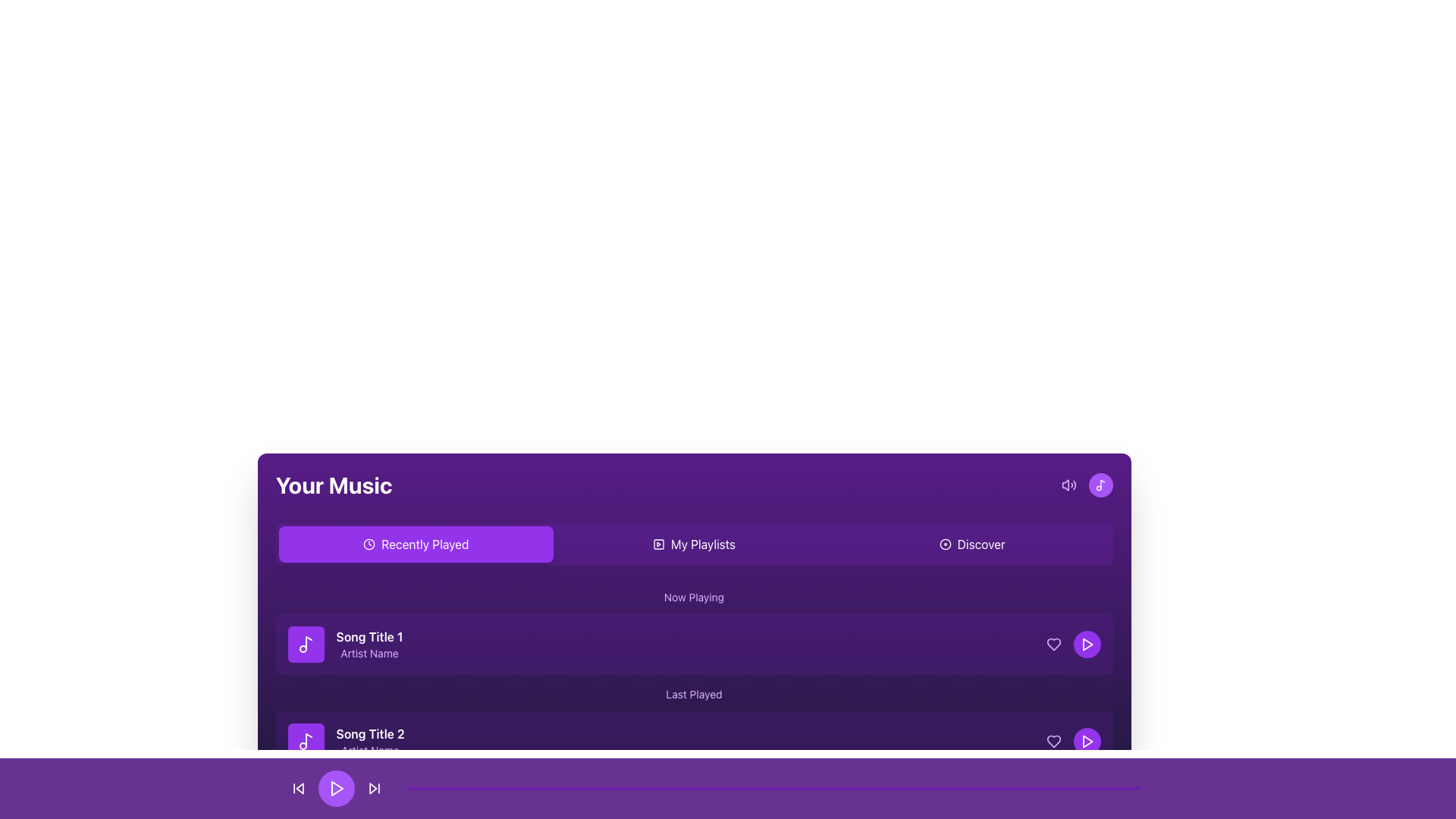 Image resolution: width=1456 pixels, height=819 pixels. Describe the element at coordinates (773, 788) in the screenshot. I see `the horizontal progress bar located at the bottom of the layout, which features a thin purple bar with rounded edges and represents progress` at that location.